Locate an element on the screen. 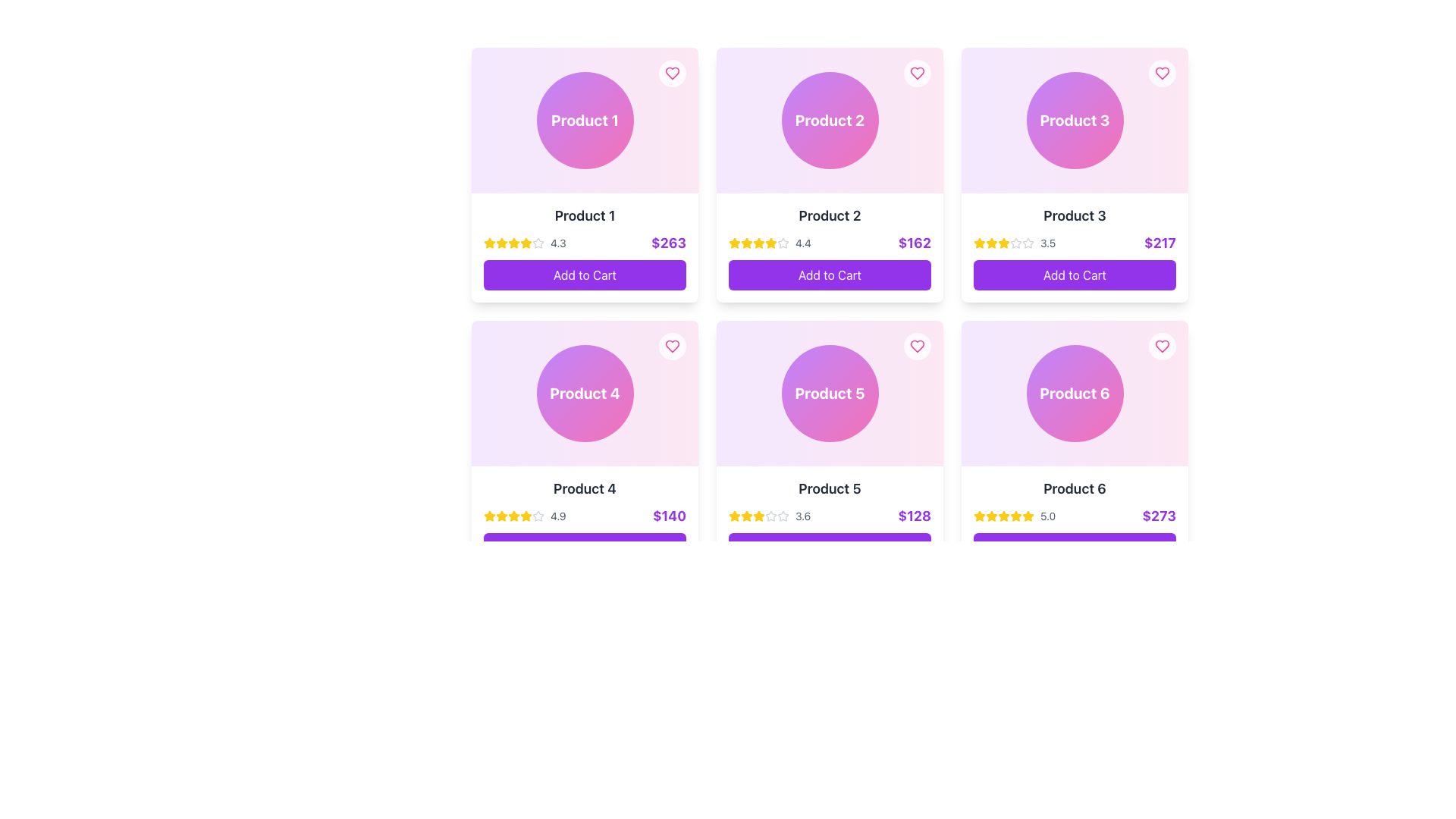 This screenshot has width=1456, height=819. the rating display for 'Product 5', which shows a score of '3.6' with yellow and gray stars indicating the rating is located at coordinates (770, 516).